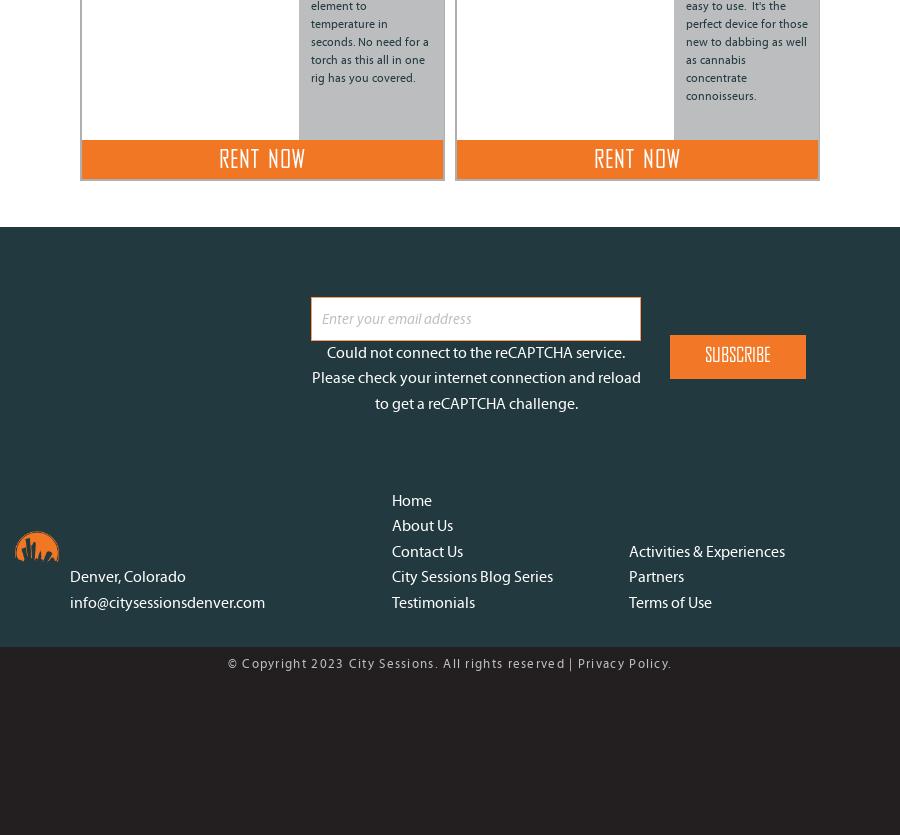  What do you see at coordinates (412, 498) in the screenshot?
I see `'Home'` at bounding box center [412, 498].